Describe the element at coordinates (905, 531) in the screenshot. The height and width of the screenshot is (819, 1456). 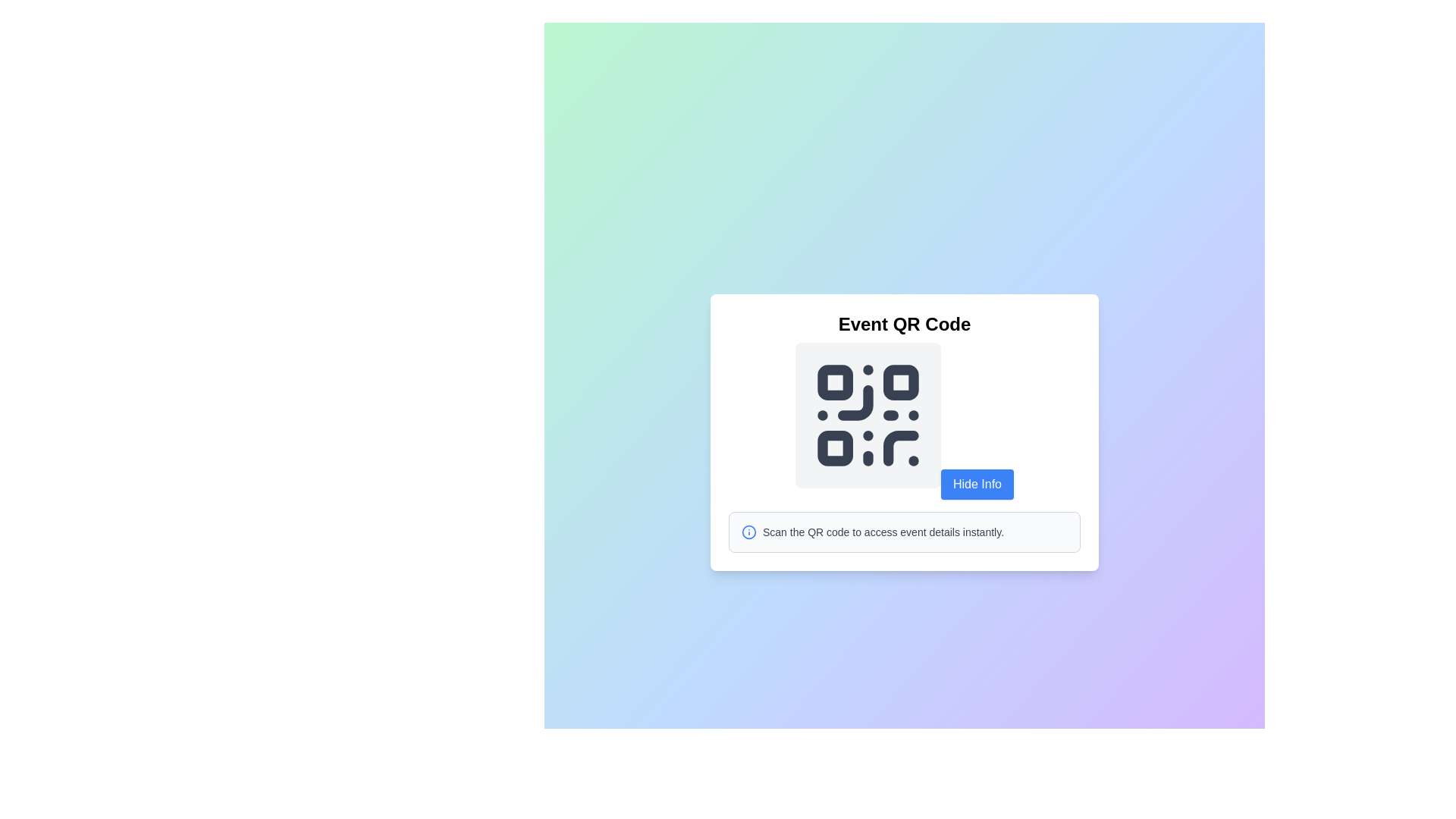
I see `the instructional text that provides information on how to scan the adjacent QR code` at that location.